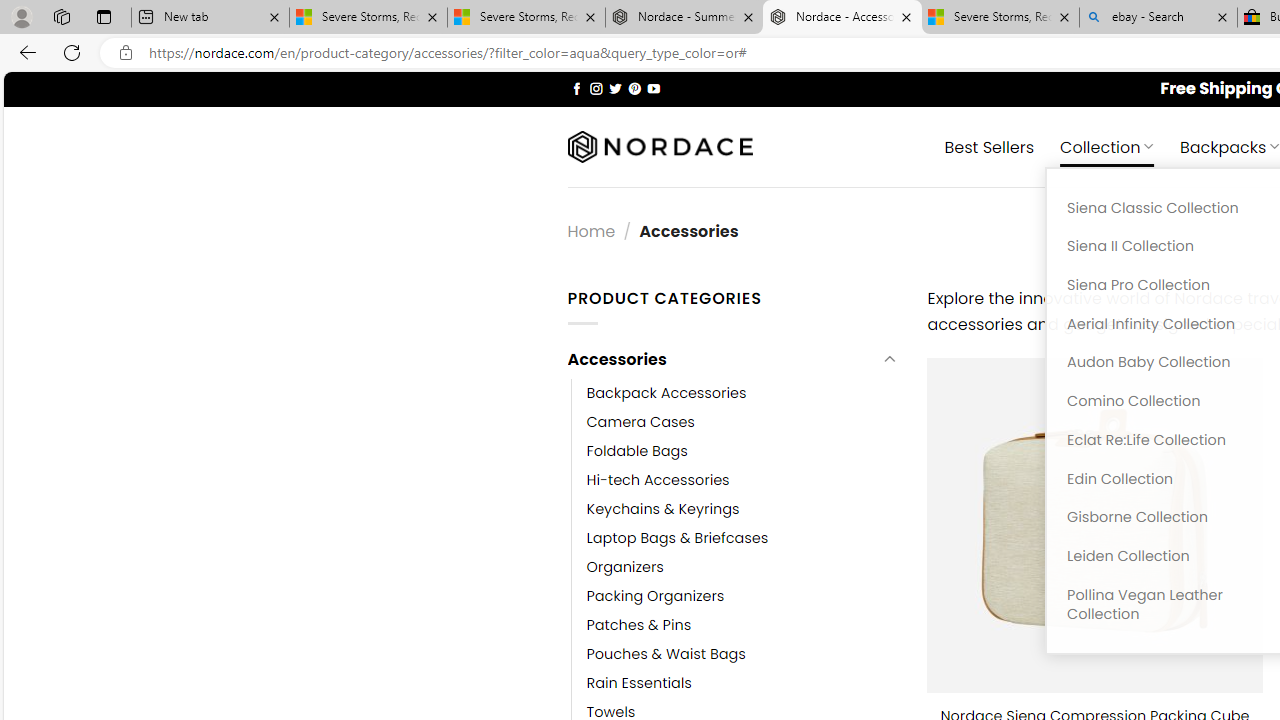 The height and width of the screenshot is (720, 1280). Describe the element at coordinates (842, 17) in the screenshot. I see `'Nordace - Accessories'` at that location.